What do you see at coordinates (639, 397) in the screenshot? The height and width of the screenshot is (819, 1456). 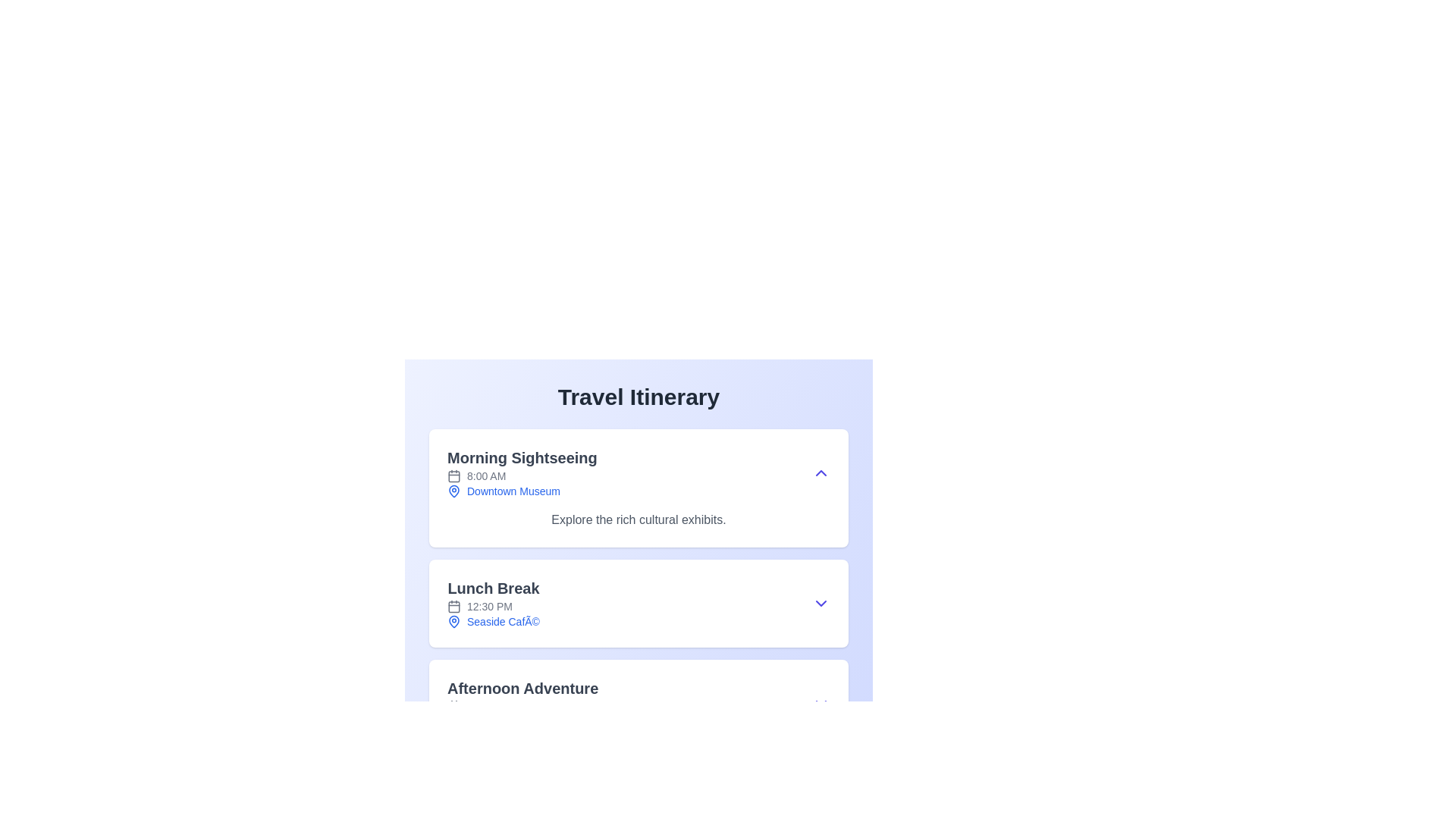 I see `the heading or title text located at the top of the content area, which introduces the subsequent information` at bounding box center [639, 397].